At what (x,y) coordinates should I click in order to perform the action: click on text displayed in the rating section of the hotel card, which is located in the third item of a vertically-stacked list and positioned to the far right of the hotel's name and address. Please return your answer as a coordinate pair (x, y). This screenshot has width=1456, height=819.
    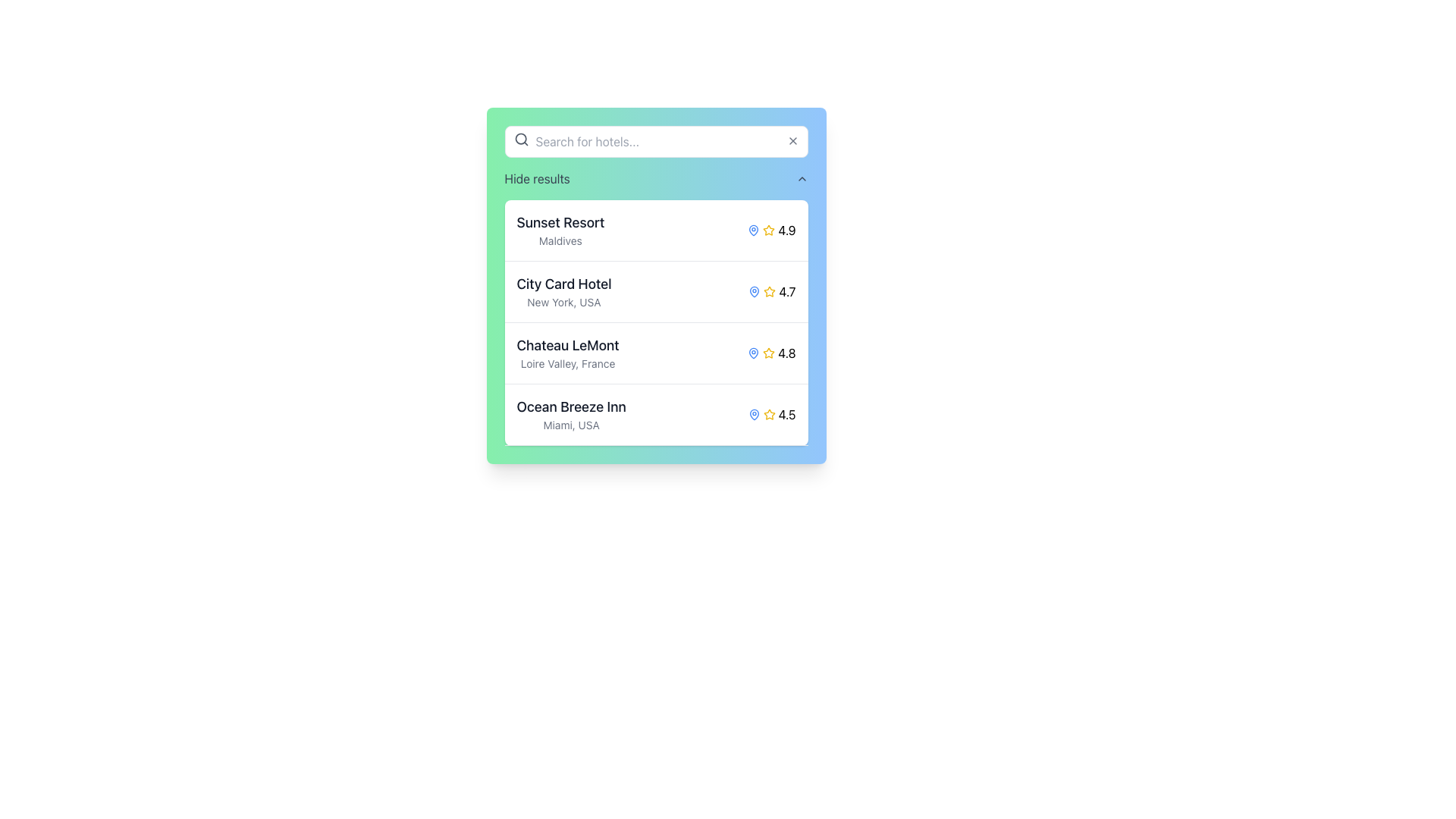
    Looking at the image, I should click on (771, 353).